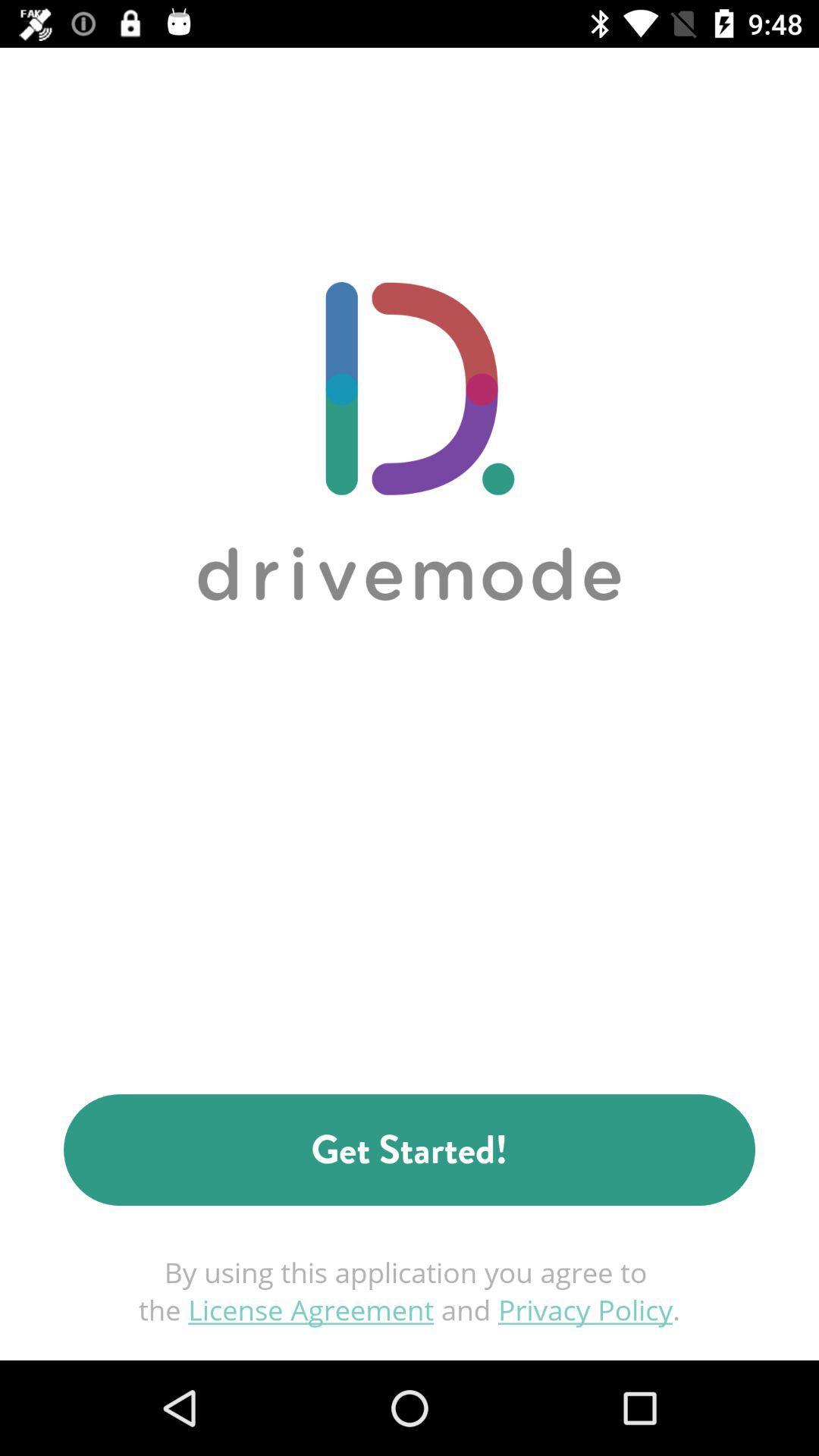 This screenshot has width=819, height=1456. What do you see at coordinates (409, 1290) in the screenshot?
I see `by using this` at bounding box center [409, 1290].